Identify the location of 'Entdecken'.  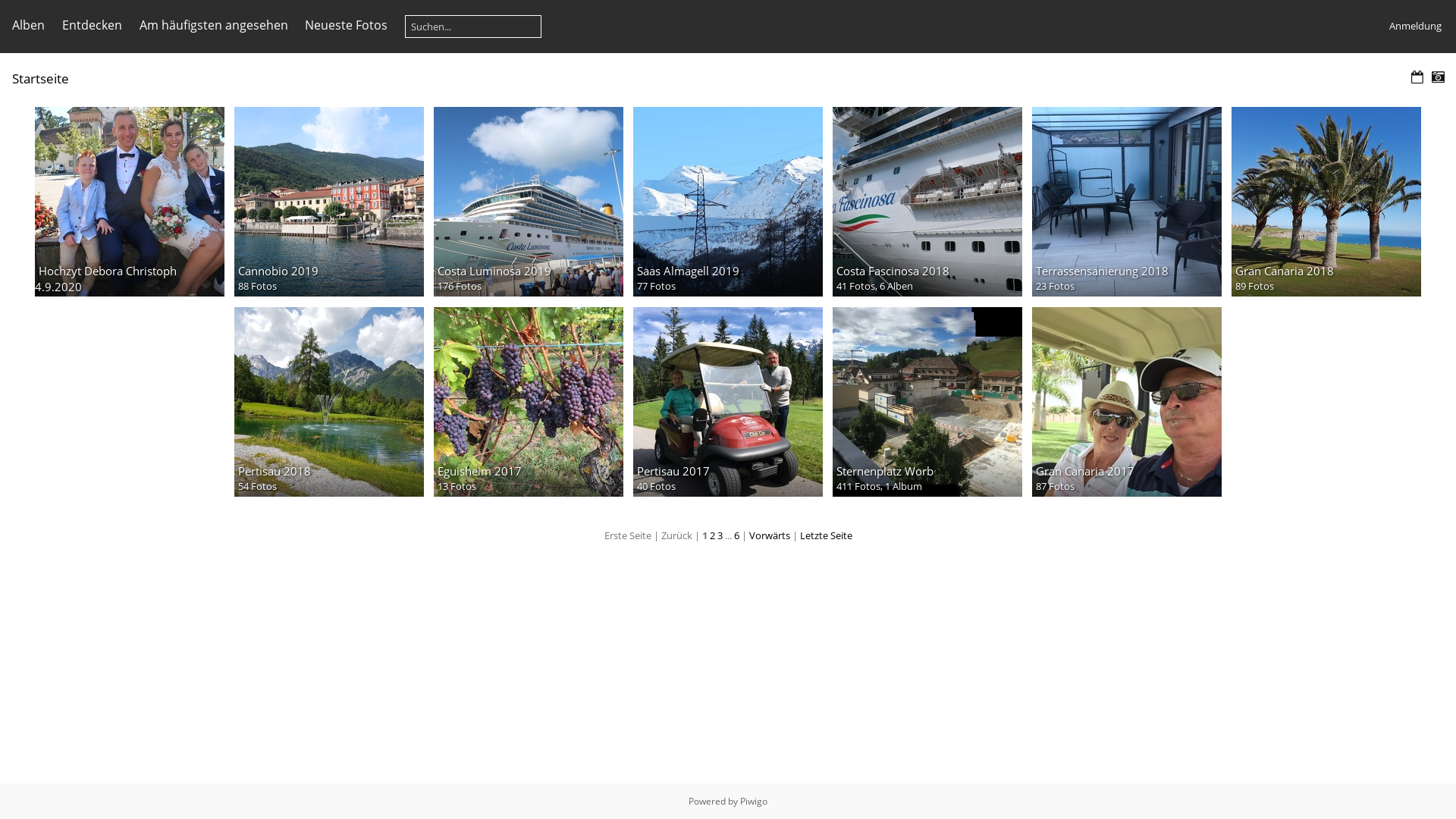
(91, 25).